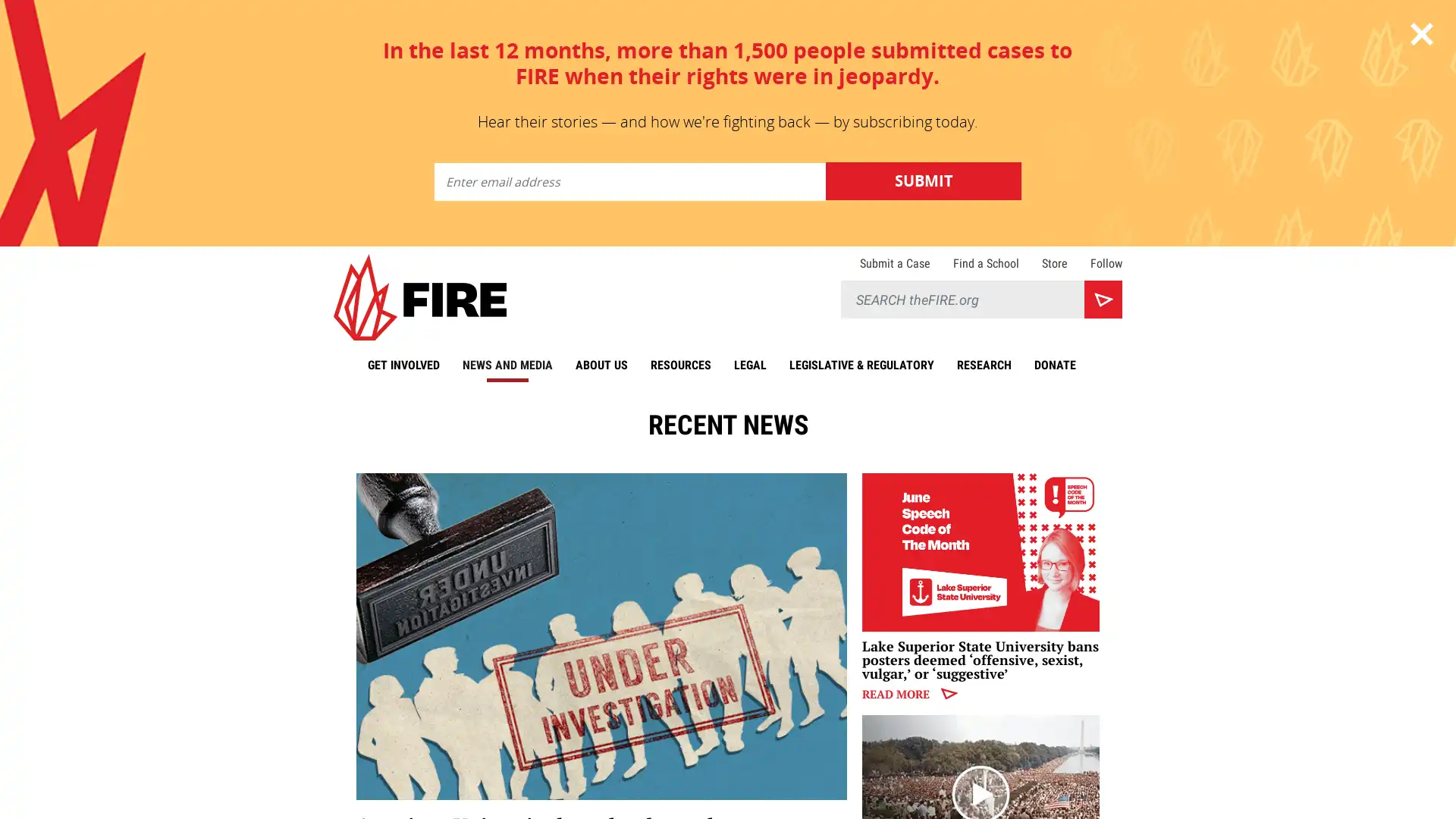 This screenshot has width=1456, height=819. What do you see at coordinates (923, 180) in the screenshot?
I see `Submit` at bounding box center [923, 180].